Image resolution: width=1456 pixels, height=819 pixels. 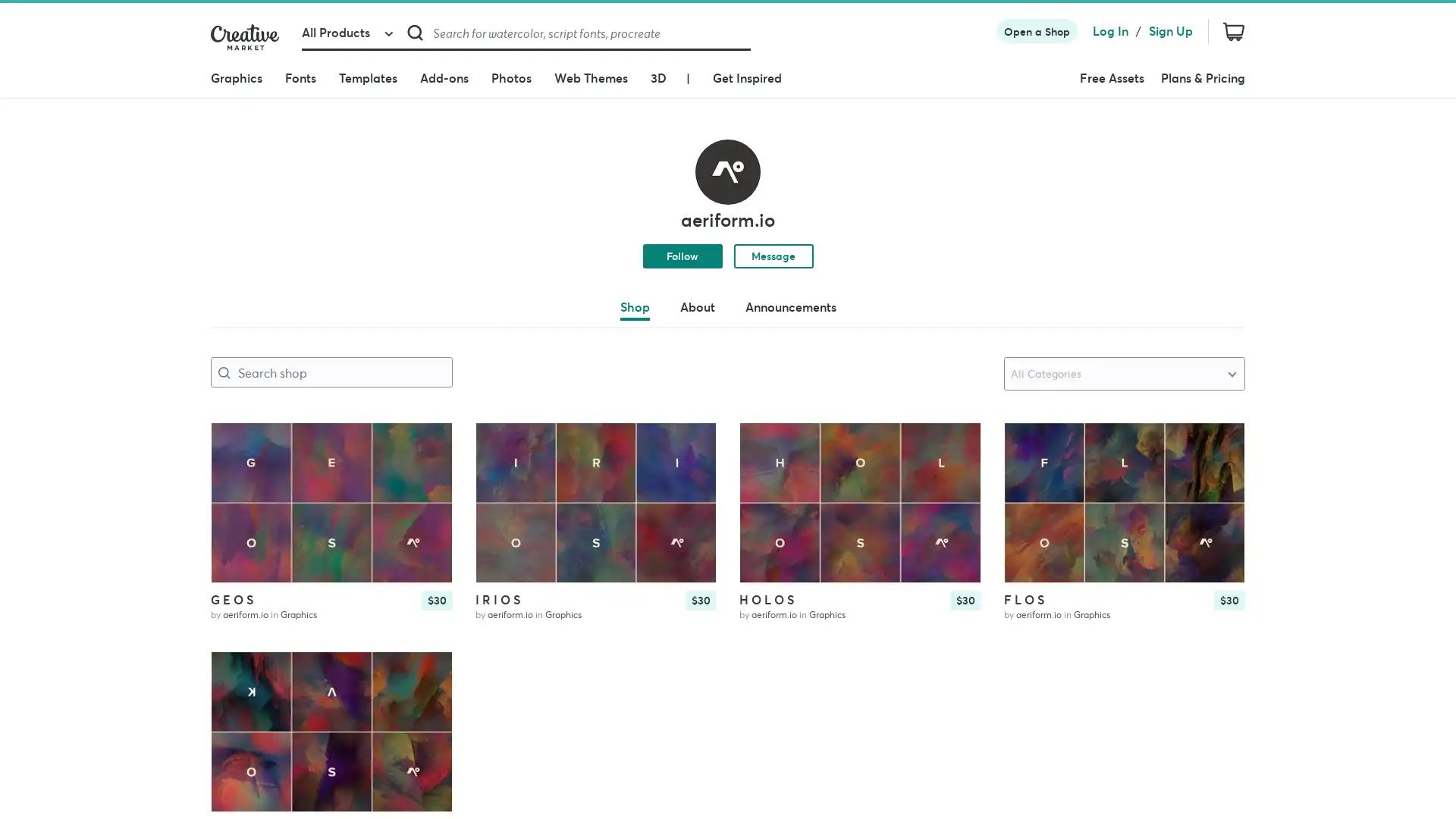 I want to click on Pin to Pinterest, so click(x=235, y=675).